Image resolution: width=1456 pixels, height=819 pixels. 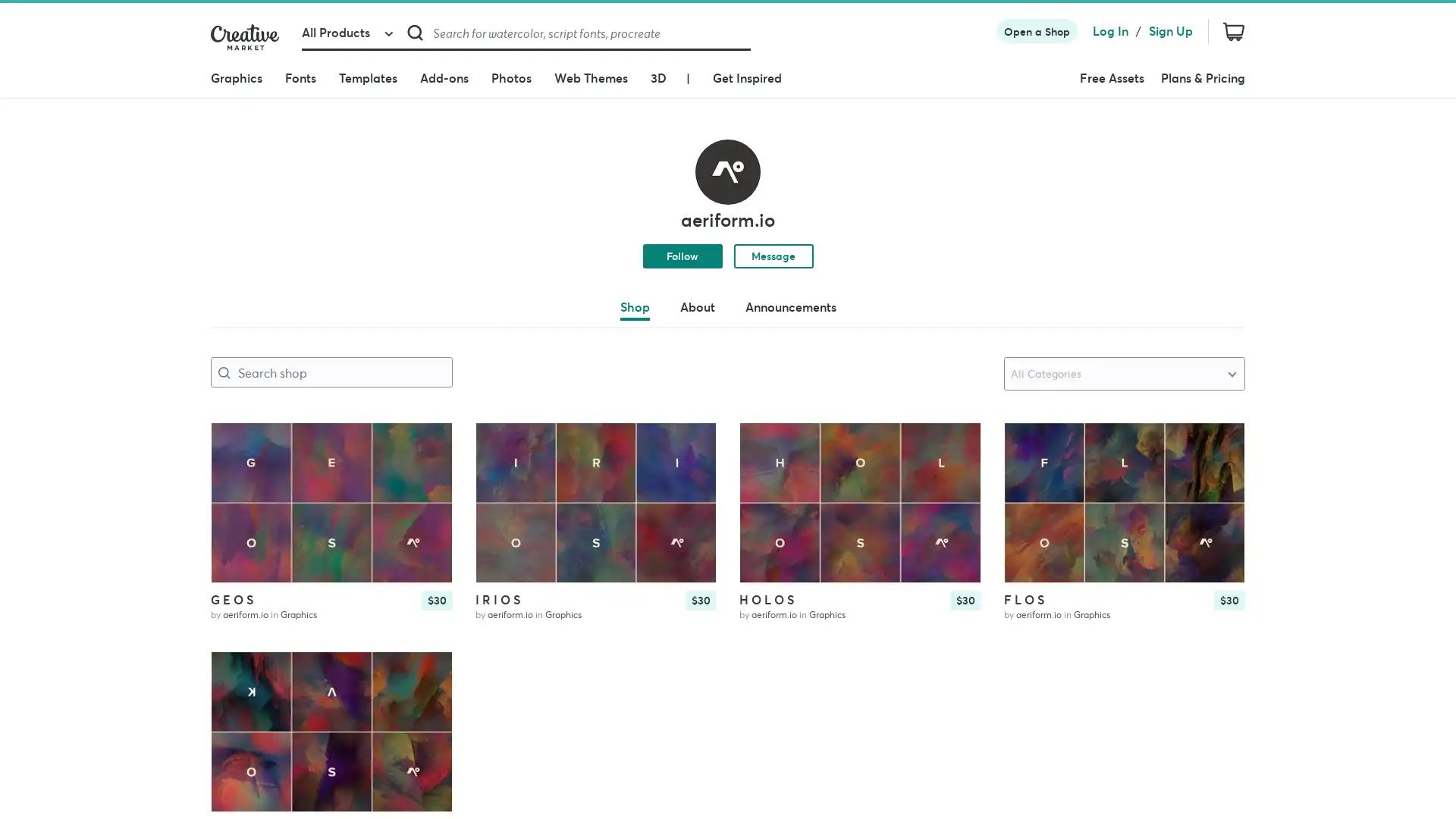 I want to click on Pin to Pinterest, so click(x=235, y=675).